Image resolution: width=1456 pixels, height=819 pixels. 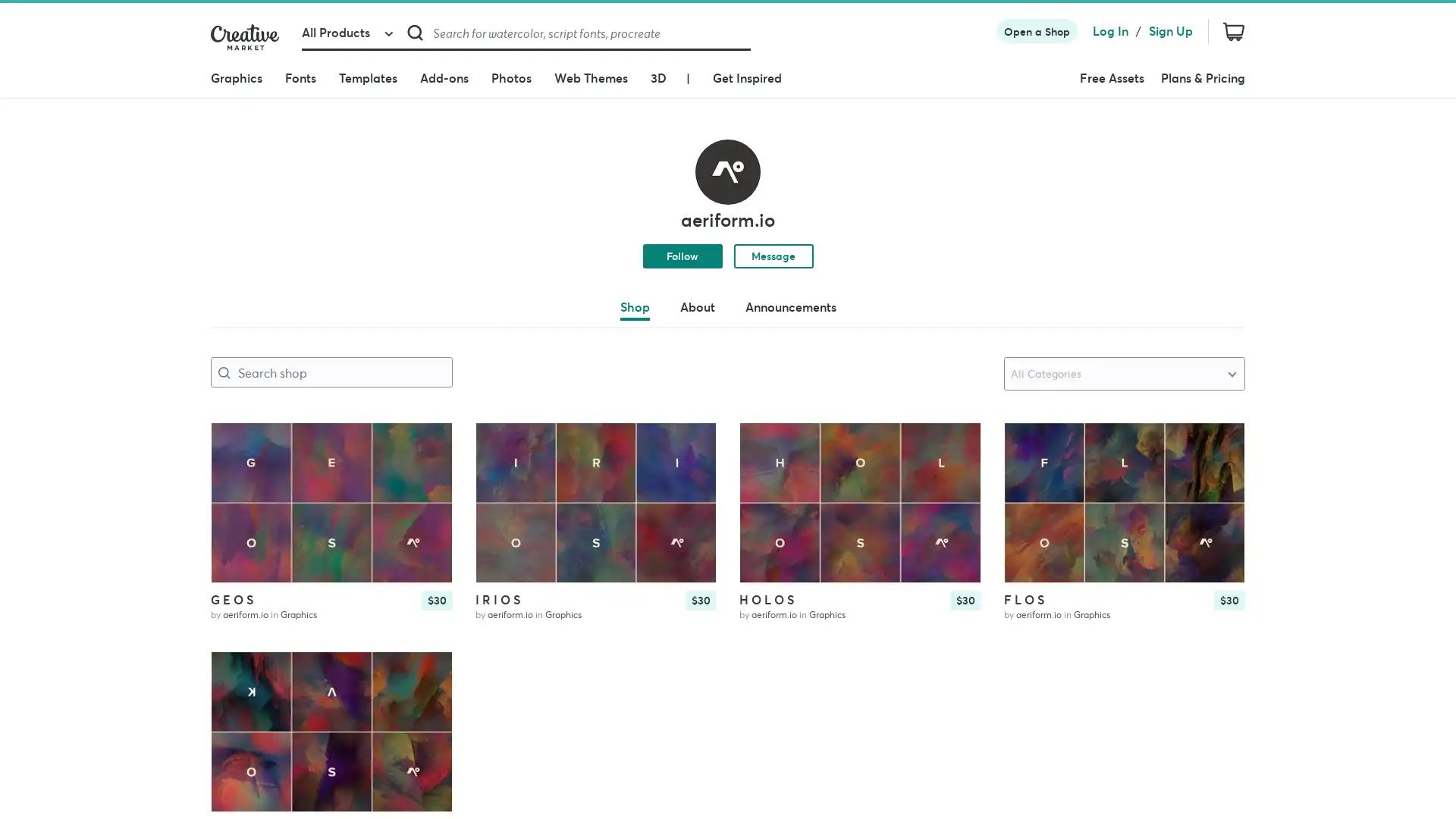 I want to click on Pin to Pinterest, so click(x=235, y=675).